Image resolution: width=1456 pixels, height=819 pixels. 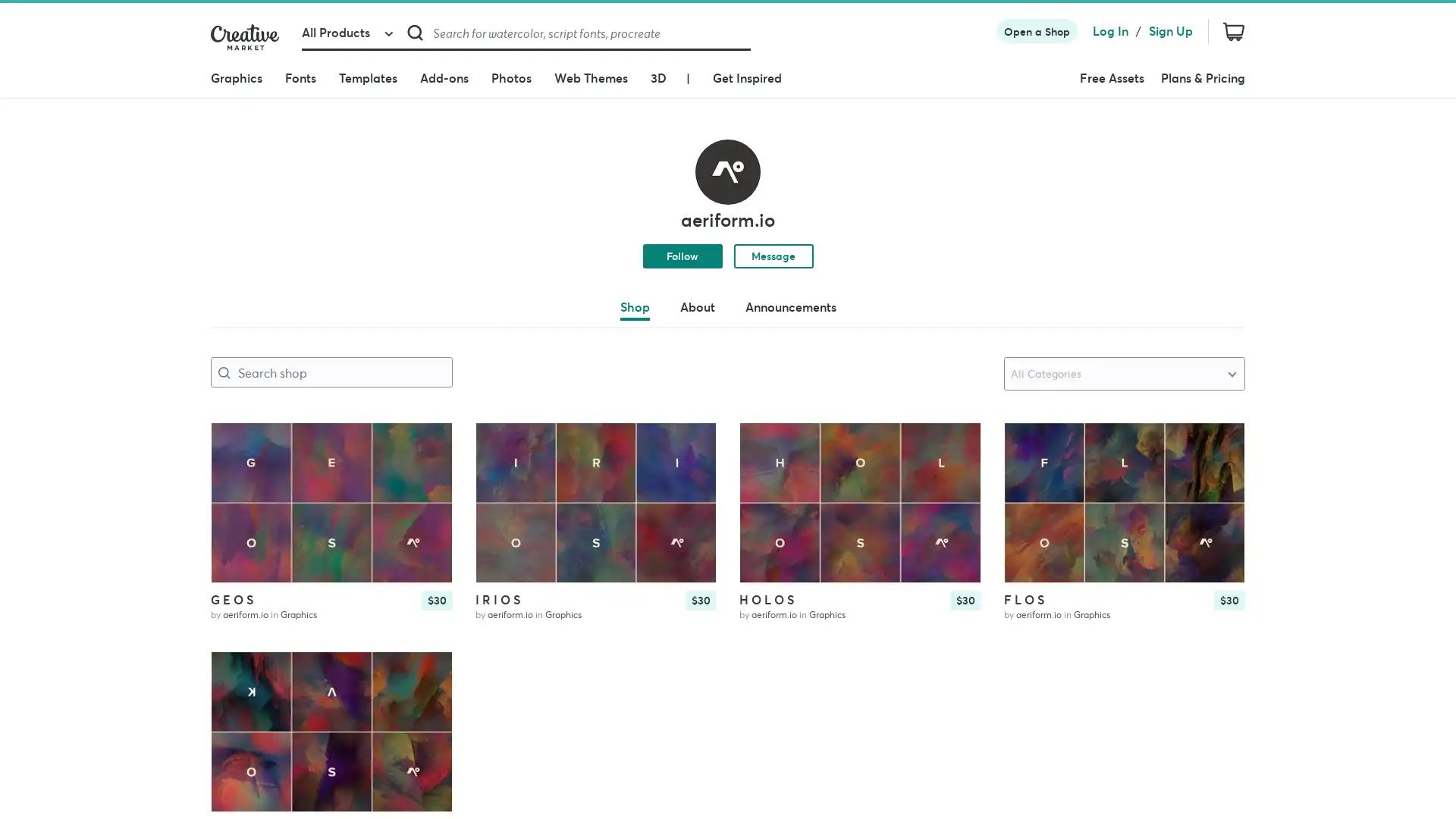 I want to click on Pin to Pinterest, so click(x=235, y=675).